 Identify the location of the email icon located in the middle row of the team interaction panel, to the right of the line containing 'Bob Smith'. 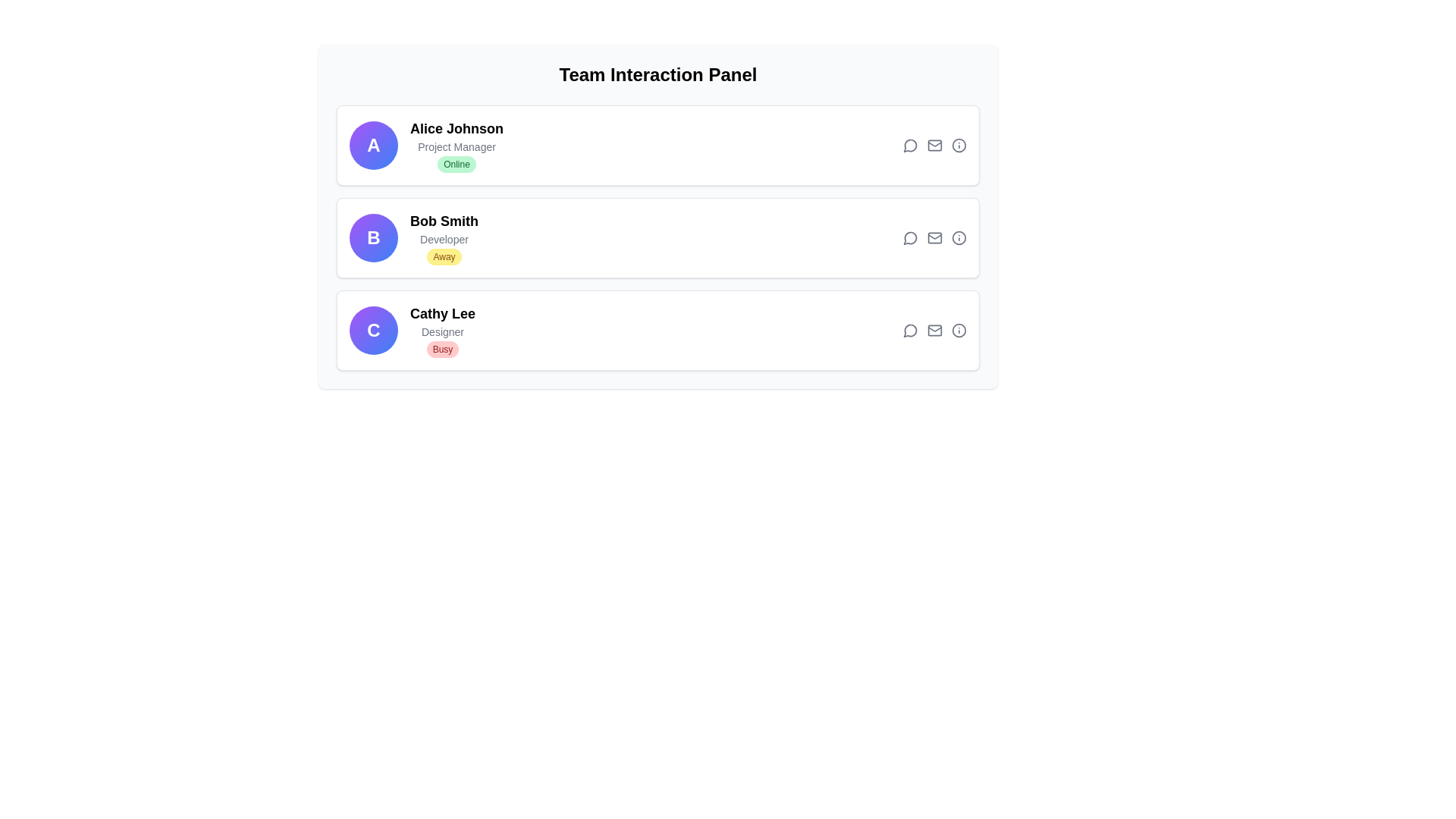
(934, 237).